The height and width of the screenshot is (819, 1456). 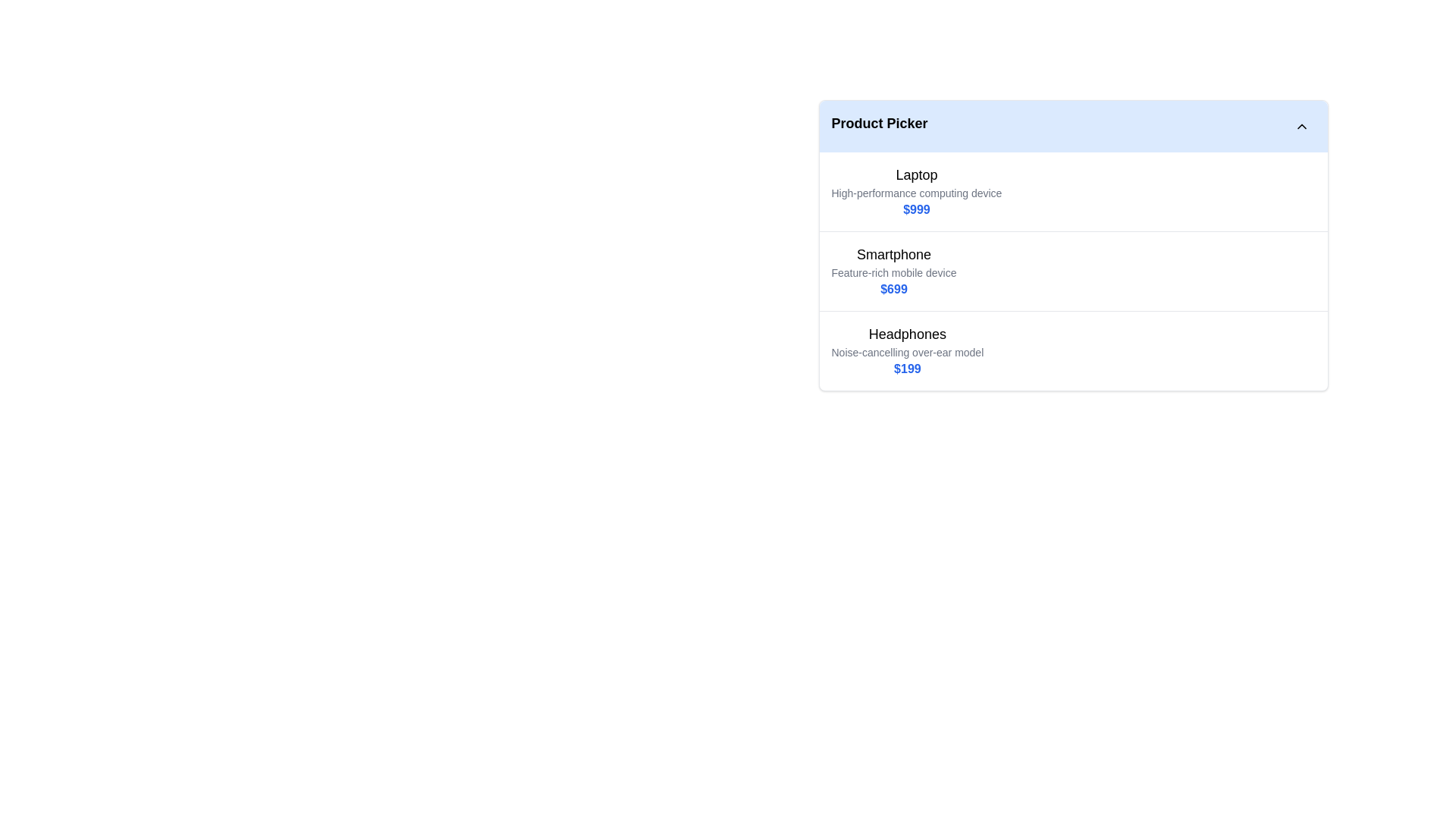 I want to click on on the second product list item displaying details for 'Smartphone', which includes the name, description, and price, so click(x=1072, y=271).